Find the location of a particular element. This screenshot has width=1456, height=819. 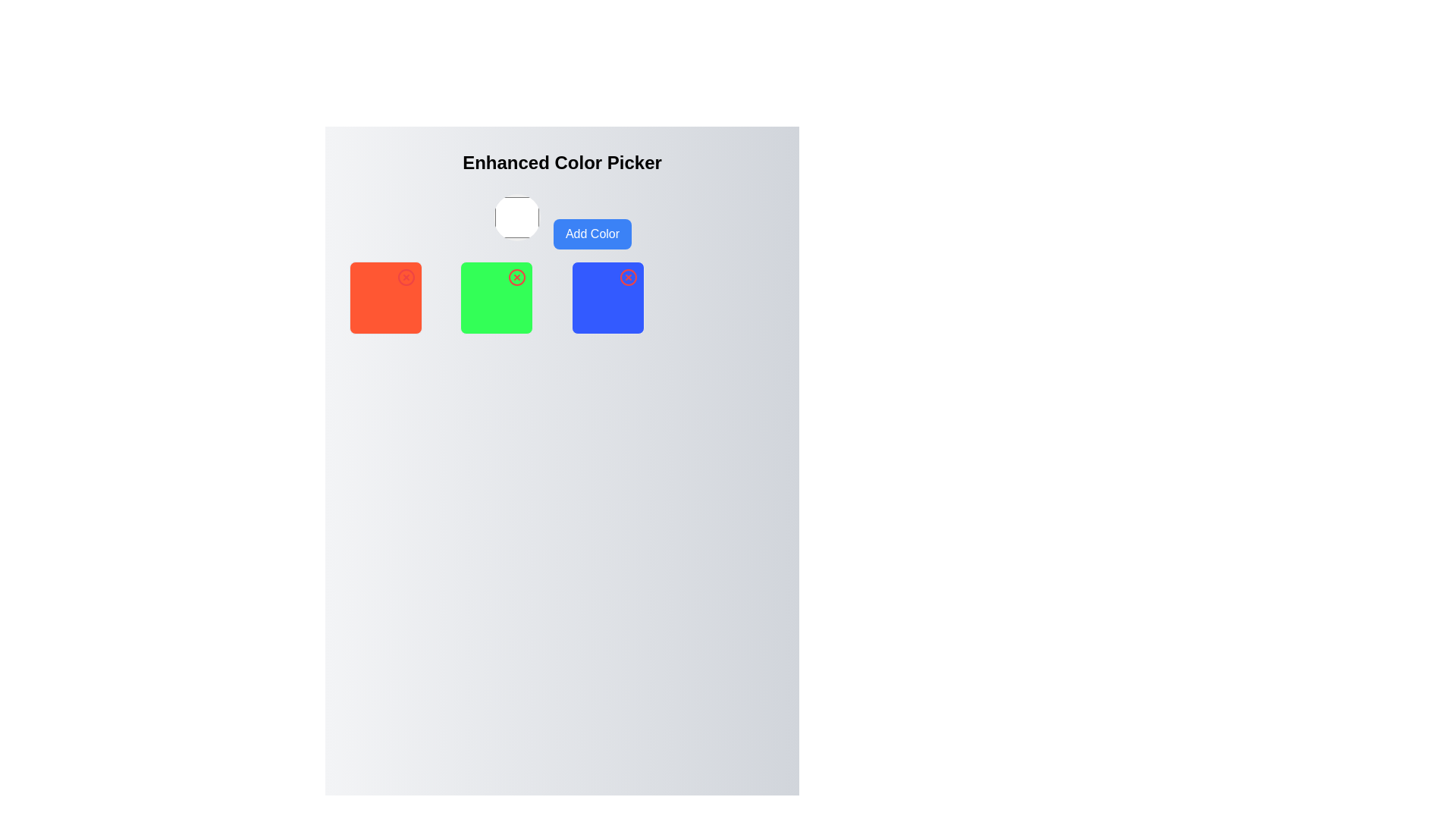

the first color block in the color picker interface is located at coordinates (385, 298).